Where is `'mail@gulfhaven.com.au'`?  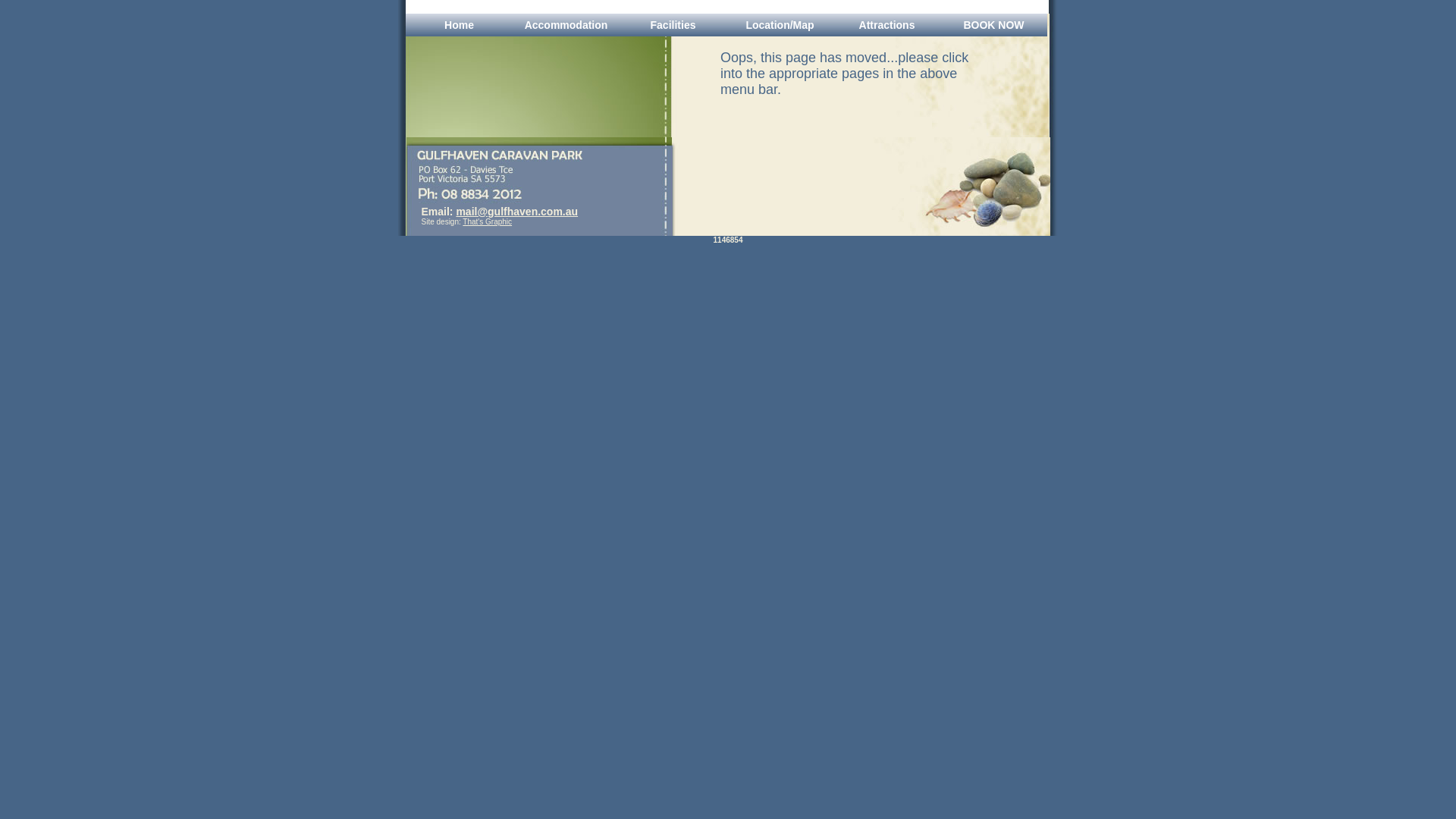
'mail@gulfhaven.com.au' is located at coordinates (516, 211).